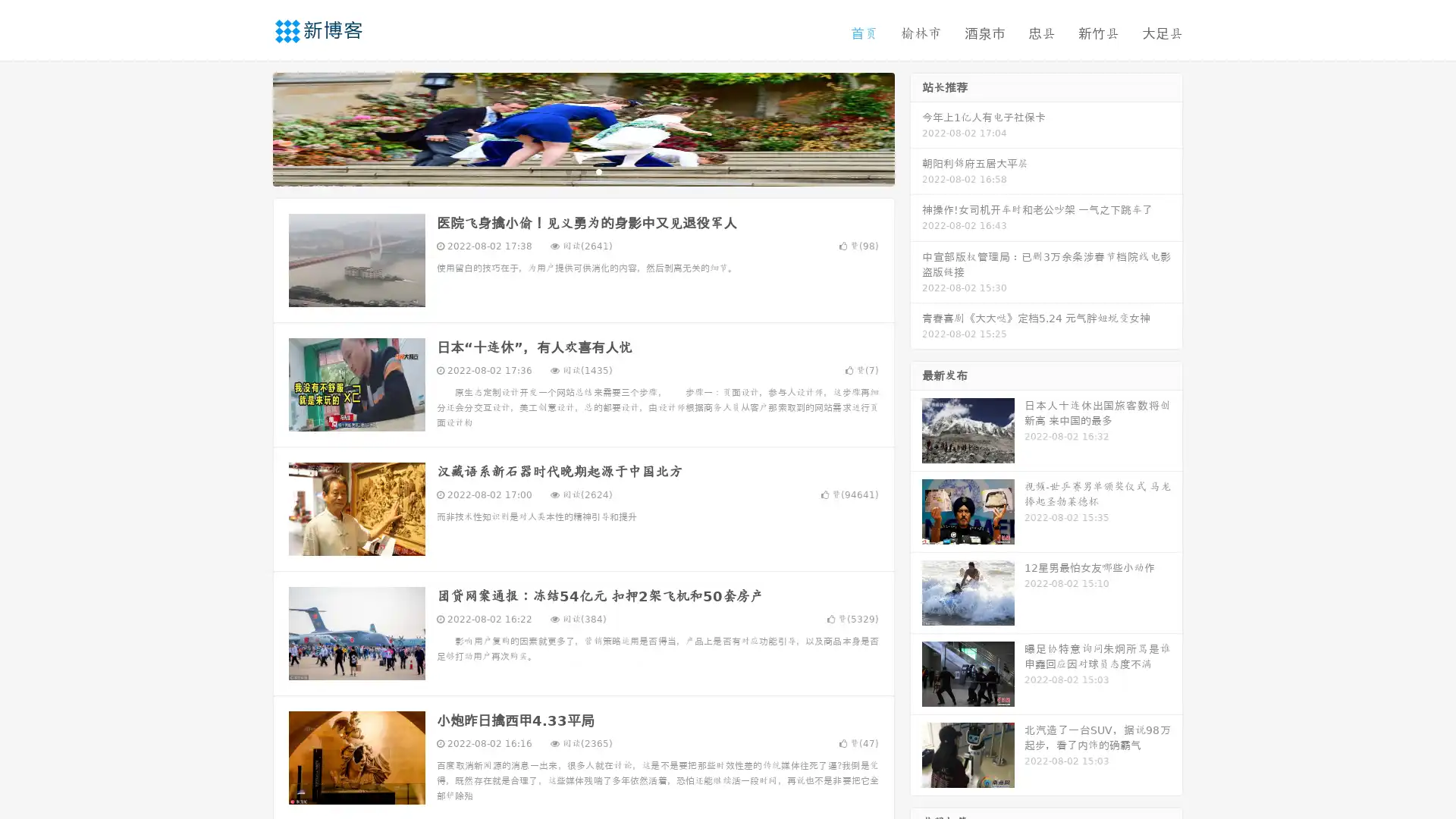  I want to click on Go to slide 2, so click(582, 171).